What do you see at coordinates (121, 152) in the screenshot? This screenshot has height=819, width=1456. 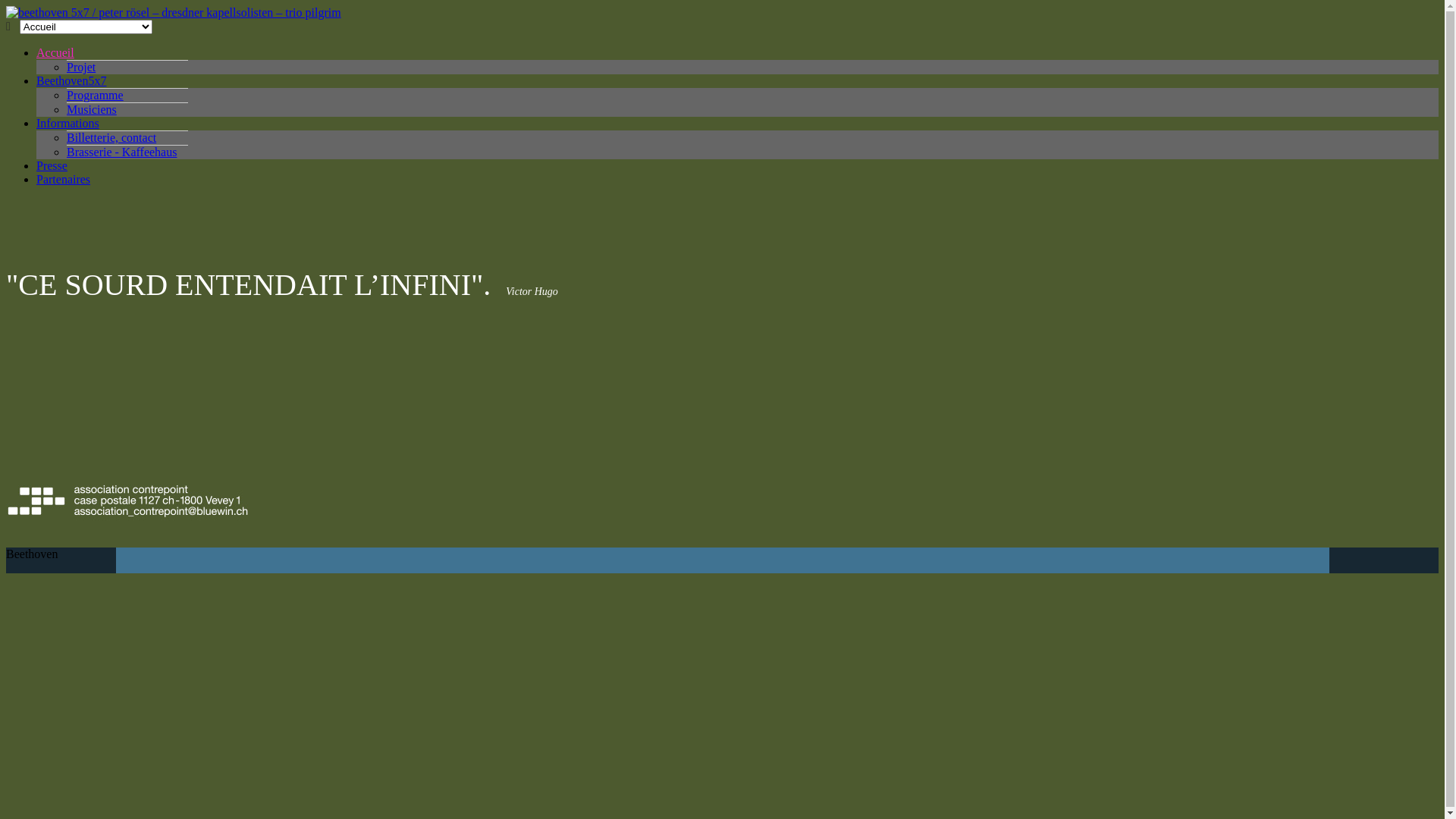 I see `'Brasserie - Kaffeehaus'` at bounding box center [121, 152].